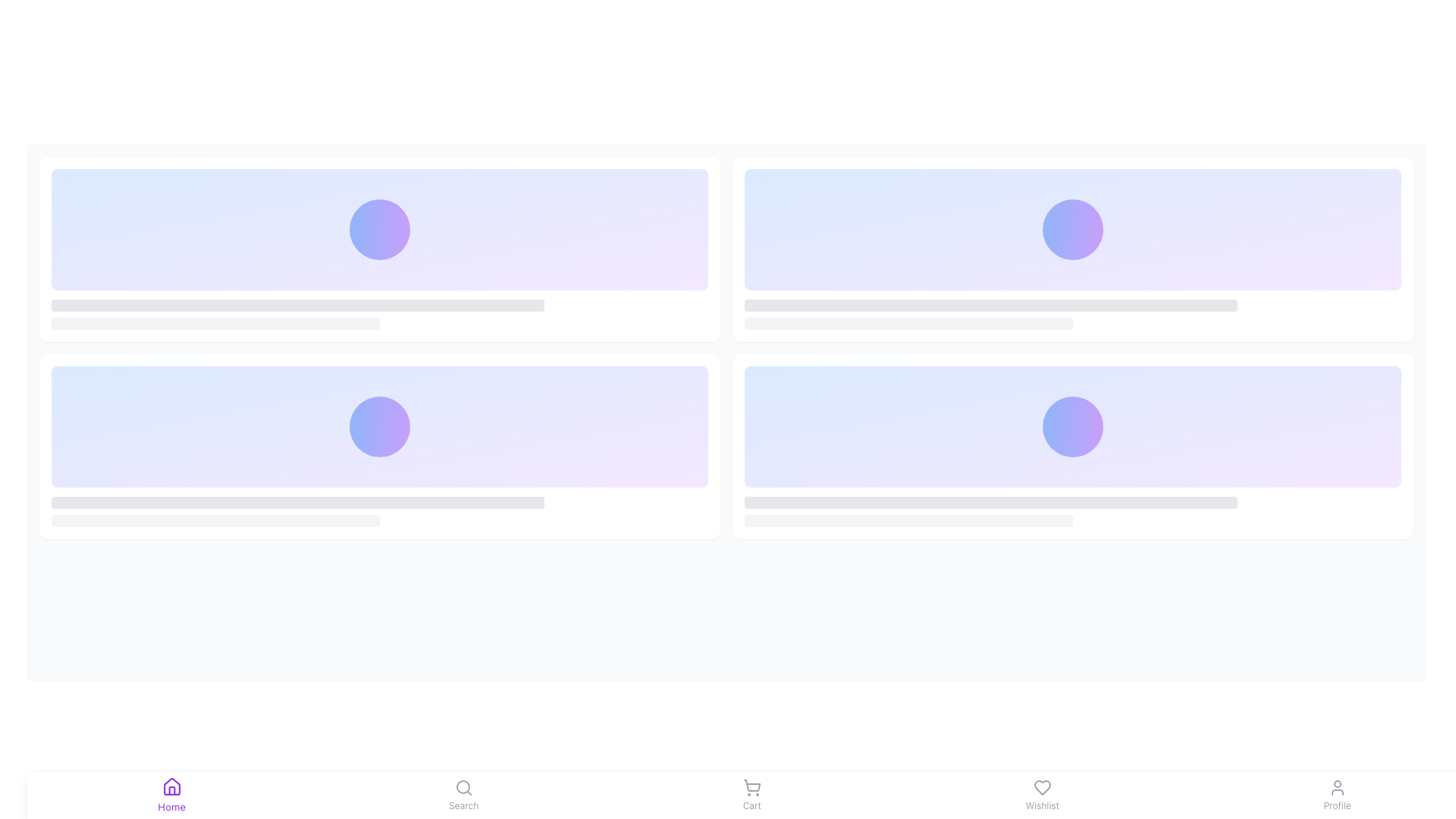 This screenshot has height=819, width=1456. What do you see at coordinates (379, 512) in the screenshot?
I see `the Placeholder text area located at the bottom of a card component with rounded corners, which has a gradient blue to purple circular icon above it` at bounding box center [379, 512].